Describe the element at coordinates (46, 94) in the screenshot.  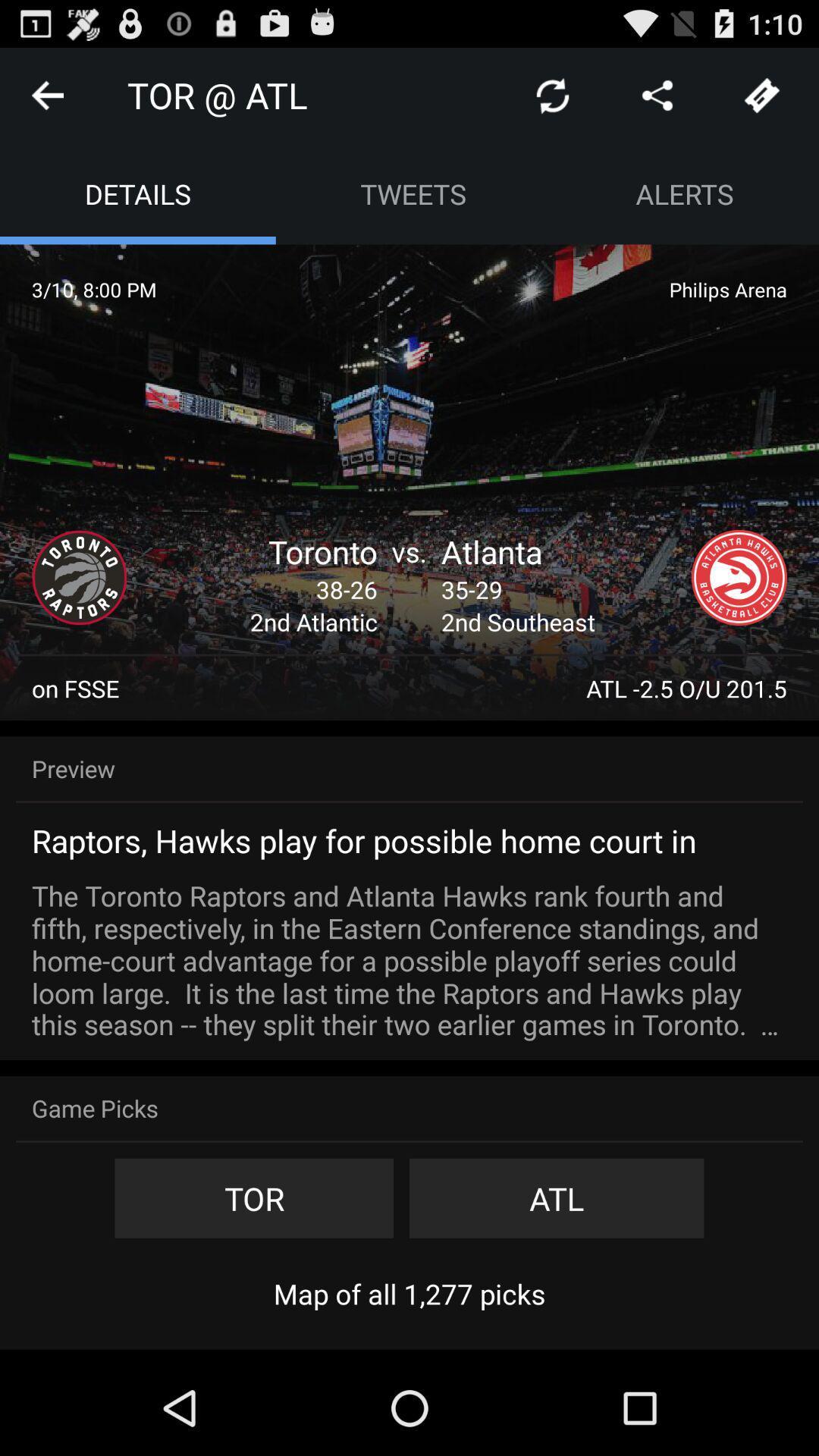
I see `go back` at that location.